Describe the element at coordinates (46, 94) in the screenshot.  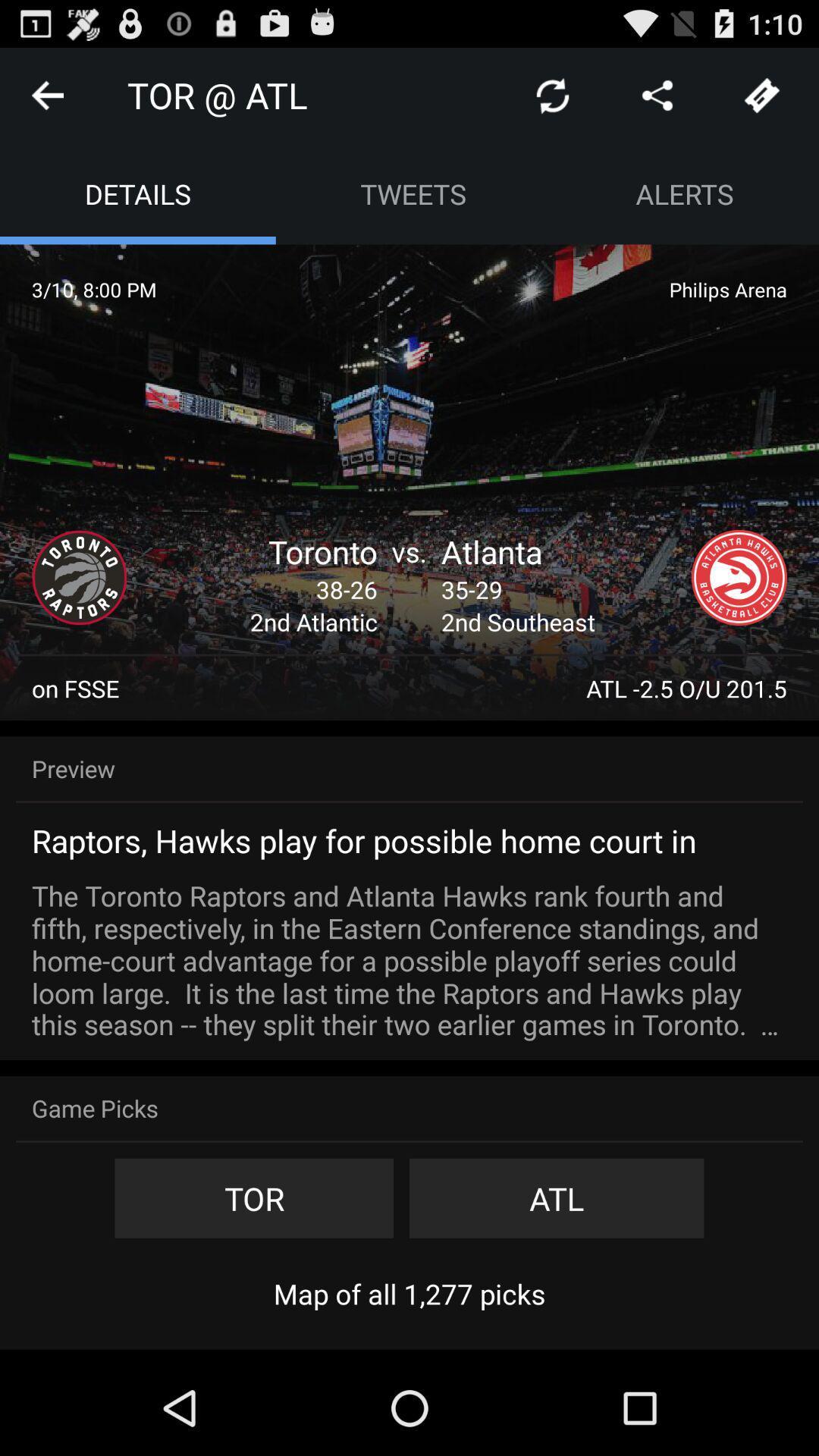
I see `go back` at that location.